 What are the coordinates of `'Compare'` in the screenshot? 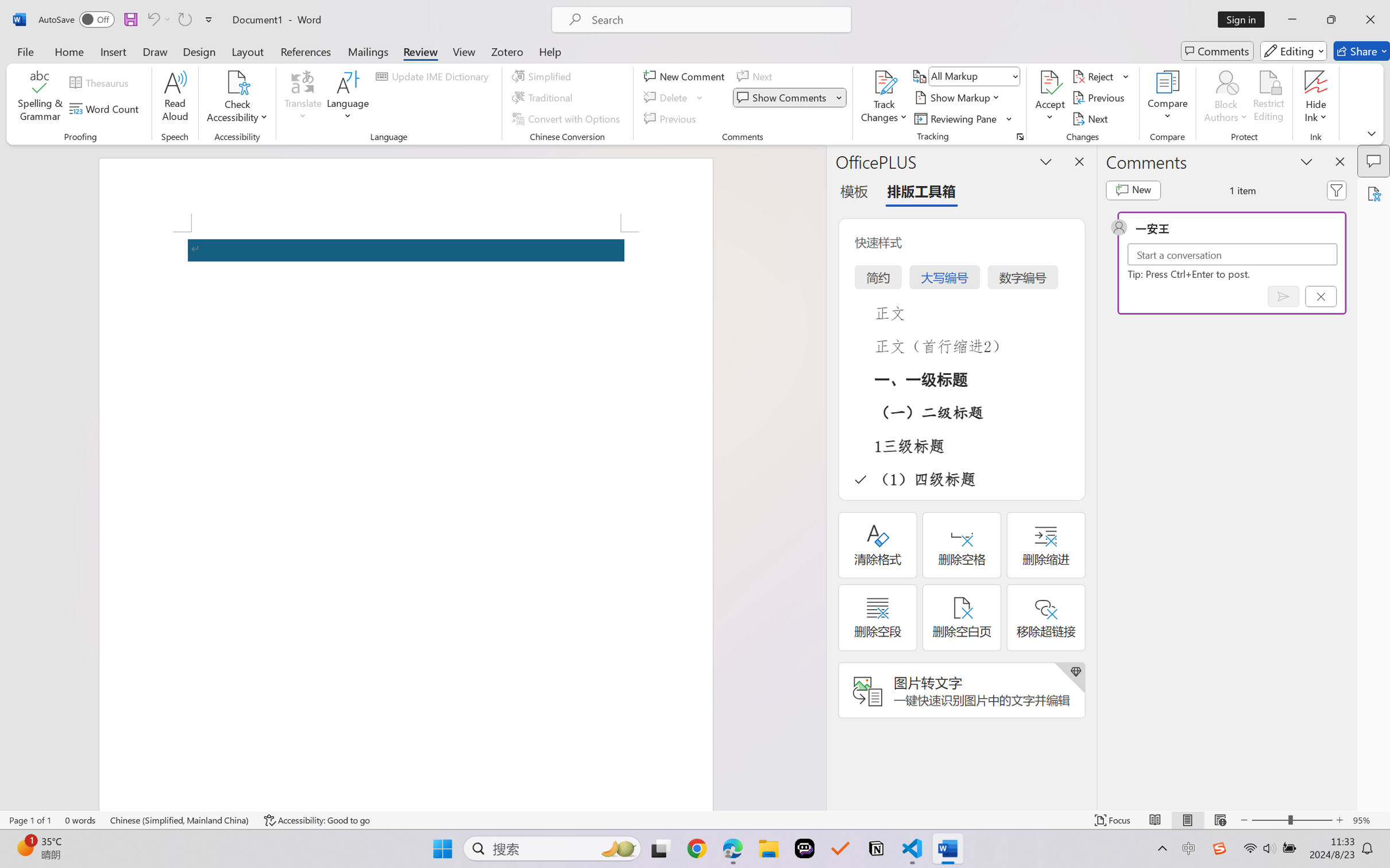 It's located at (1168, 98).